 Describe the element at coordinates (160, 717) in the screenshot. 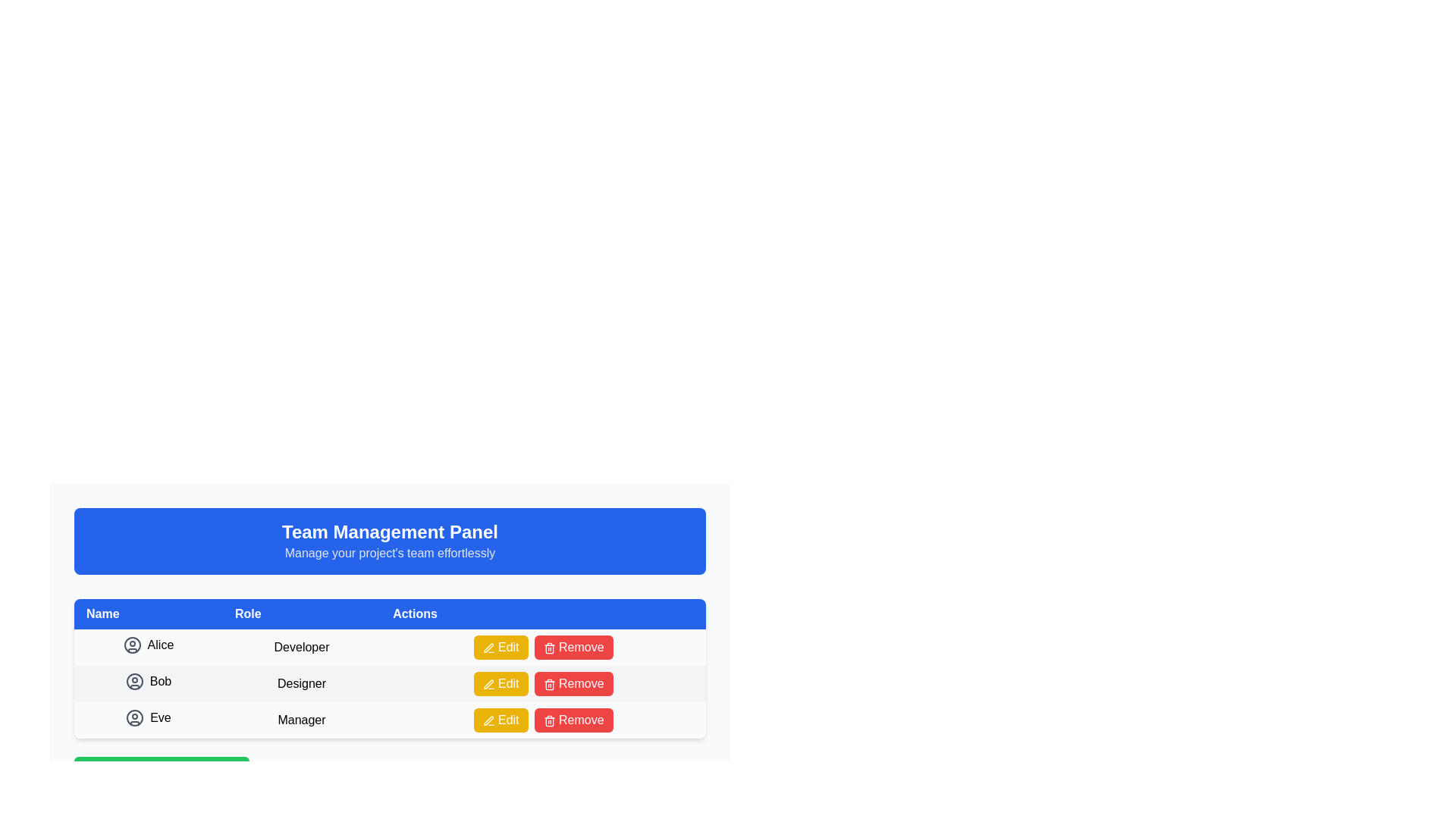

I see `the static text label displaying 'Eve' in the 'Name' column of the team members table` at that location.